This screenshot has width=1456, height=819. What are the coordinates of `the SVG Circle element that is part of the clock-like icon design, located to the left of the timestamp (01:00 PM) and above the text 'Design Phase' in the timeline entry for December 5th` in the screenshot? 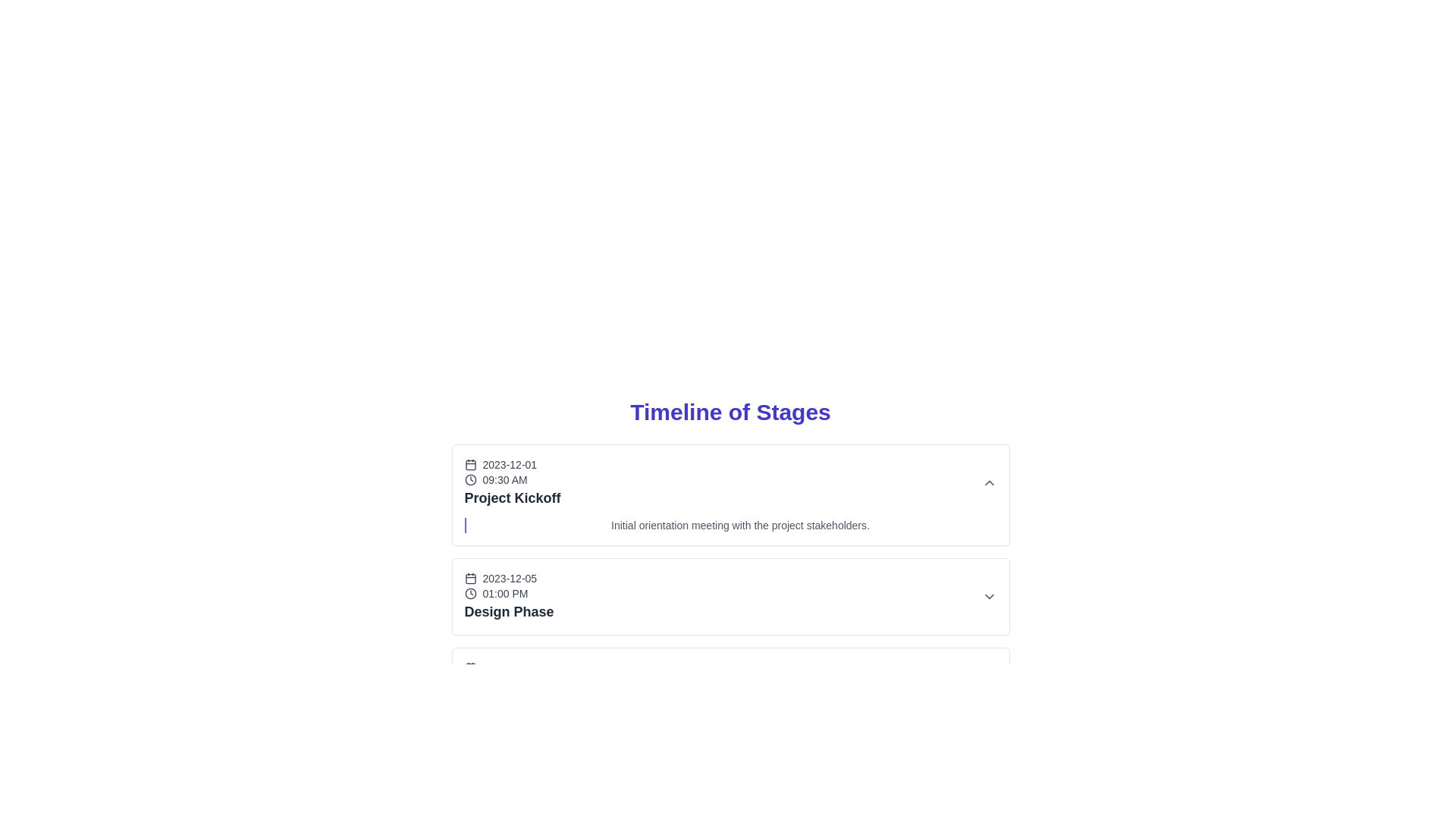 It's located at (469, 593).